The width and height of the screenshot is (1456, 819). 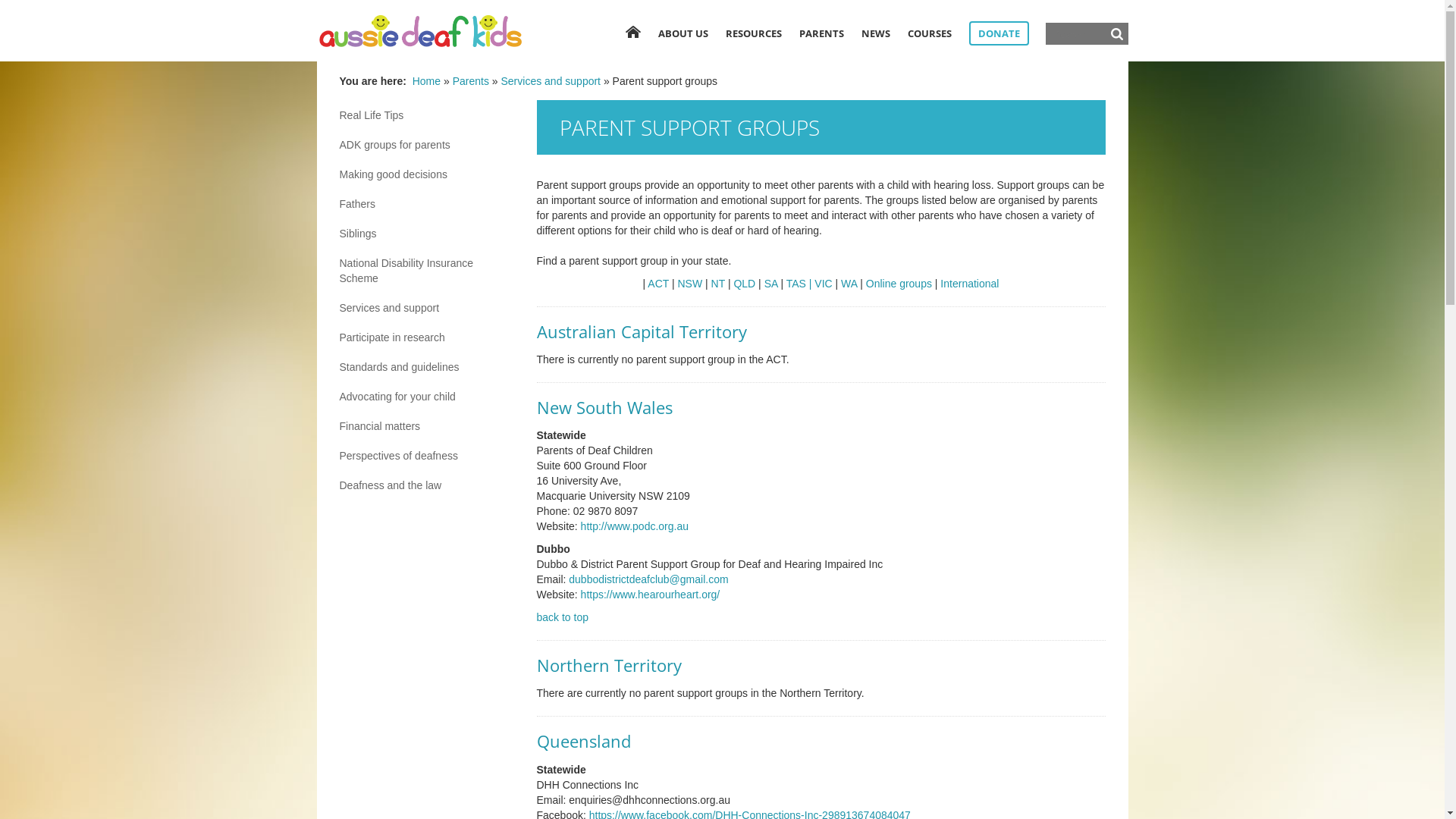 What do you see at coordinates (632, 32) in the screenshot?
I see `'HOME'` at bounding box center [632, 32].